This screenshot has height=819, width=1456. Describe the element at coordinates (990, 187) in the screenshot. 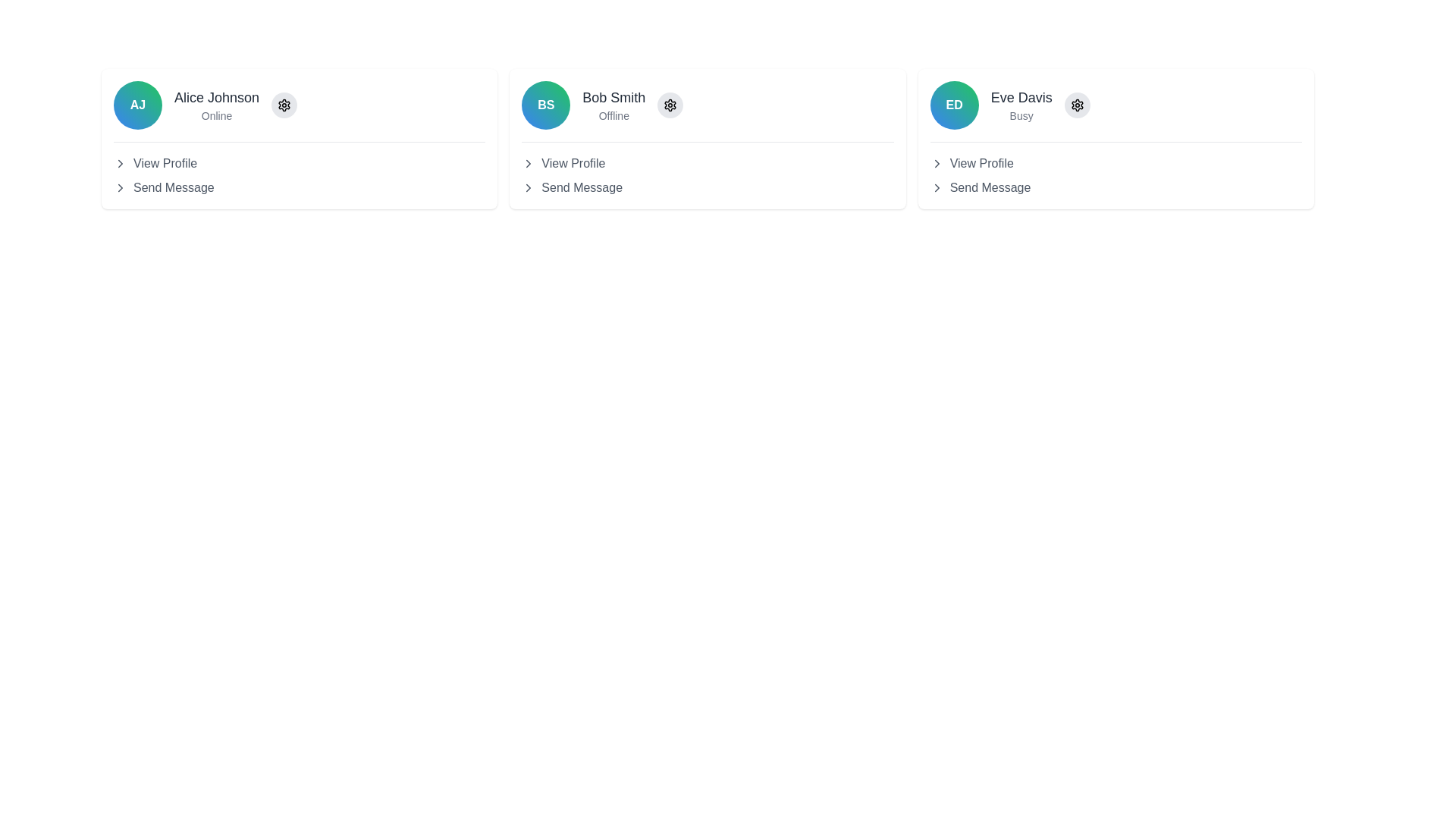

I see `the 'Send Message' text label located under the 'View Profile' option in the card of 'Eve Davis'` at that location.